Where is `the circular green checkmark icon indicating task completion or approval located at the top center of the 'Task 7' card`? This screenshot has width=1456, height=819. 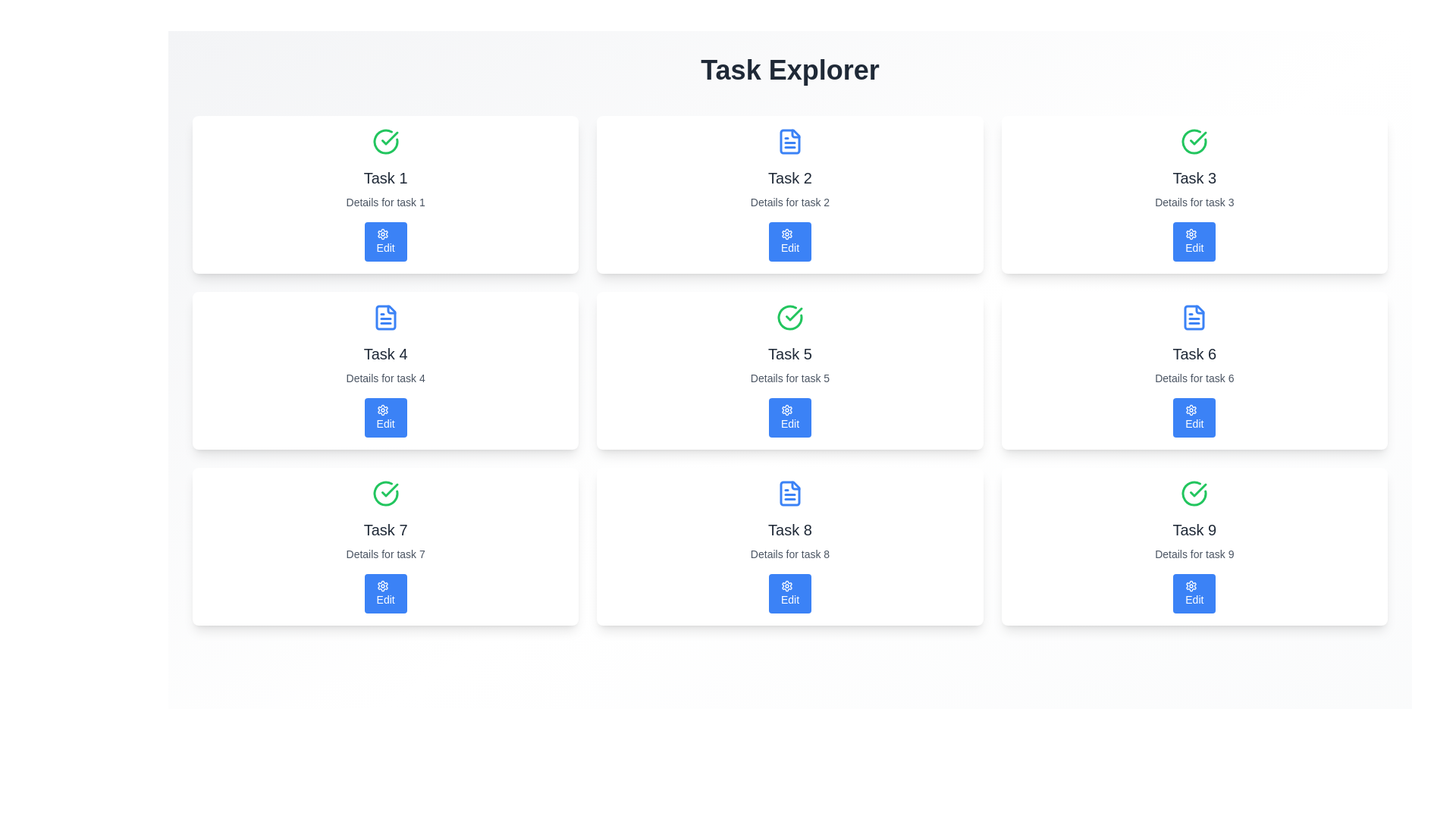
the circular green checkmark icon indicating task completion or approval located at the top center of the 'Task 7' card is located at coordinates (385, 494).